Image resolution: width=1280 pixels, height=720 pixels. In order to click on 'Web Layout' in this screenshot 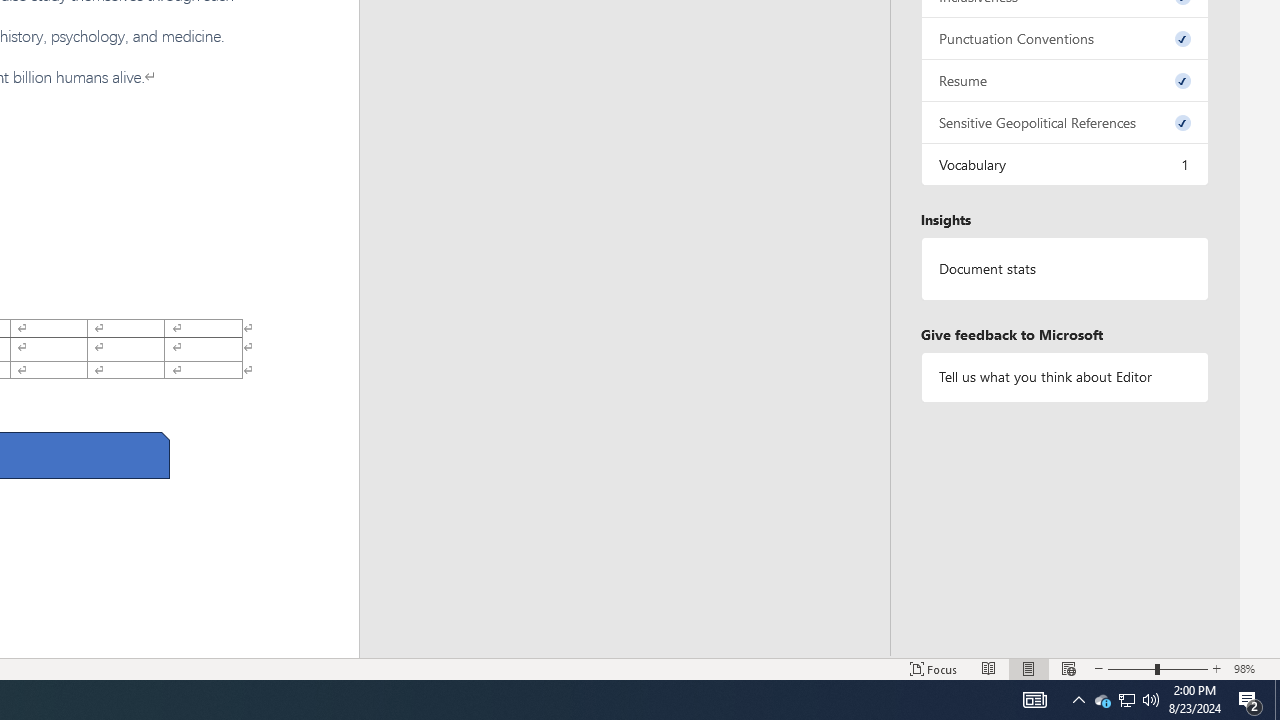, I will do `click(1068, 669)`.